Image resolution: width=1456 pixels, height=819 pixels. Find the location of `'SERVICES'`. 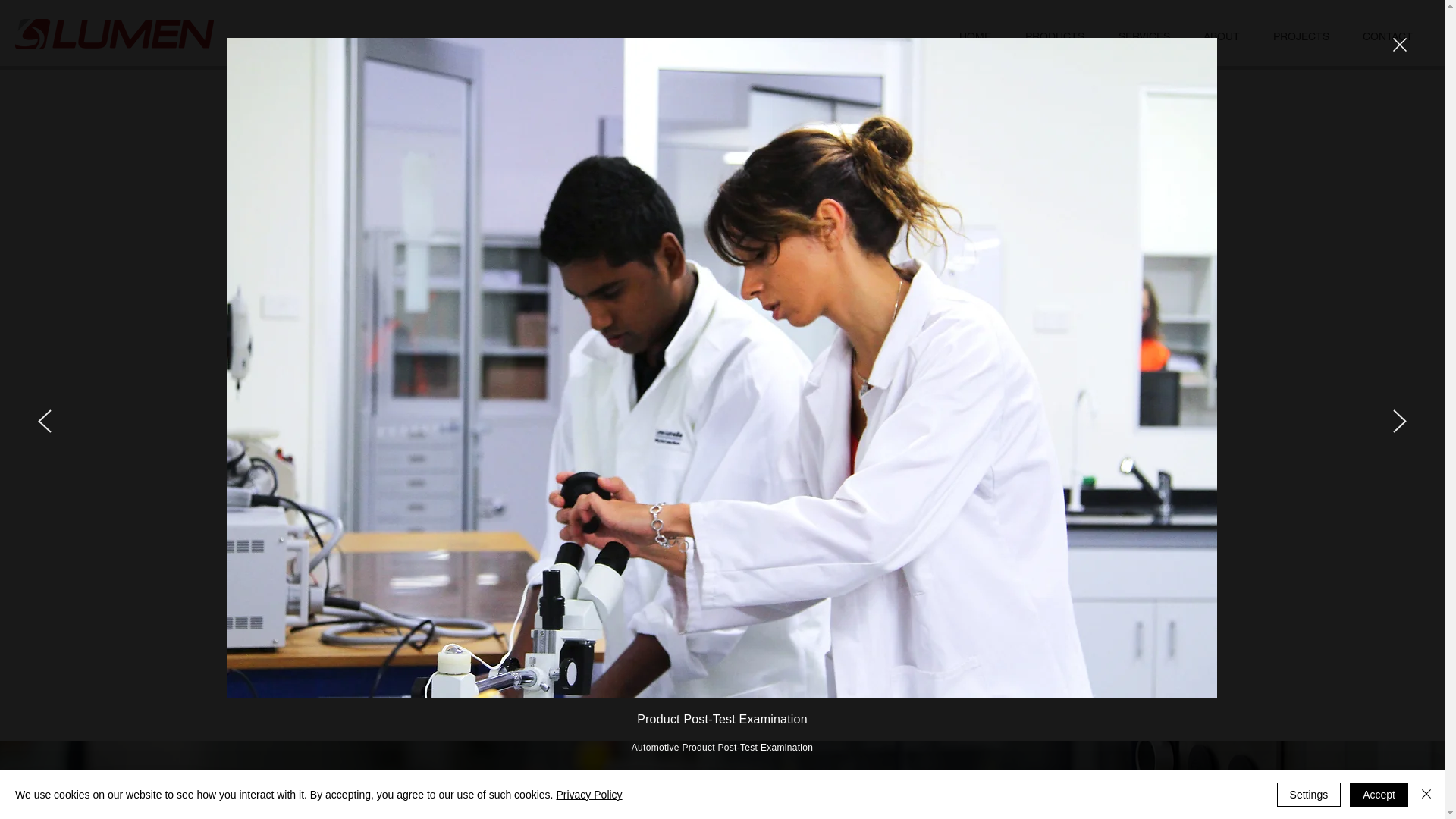

'SERVICES' is located at coordinates (1144, 36).